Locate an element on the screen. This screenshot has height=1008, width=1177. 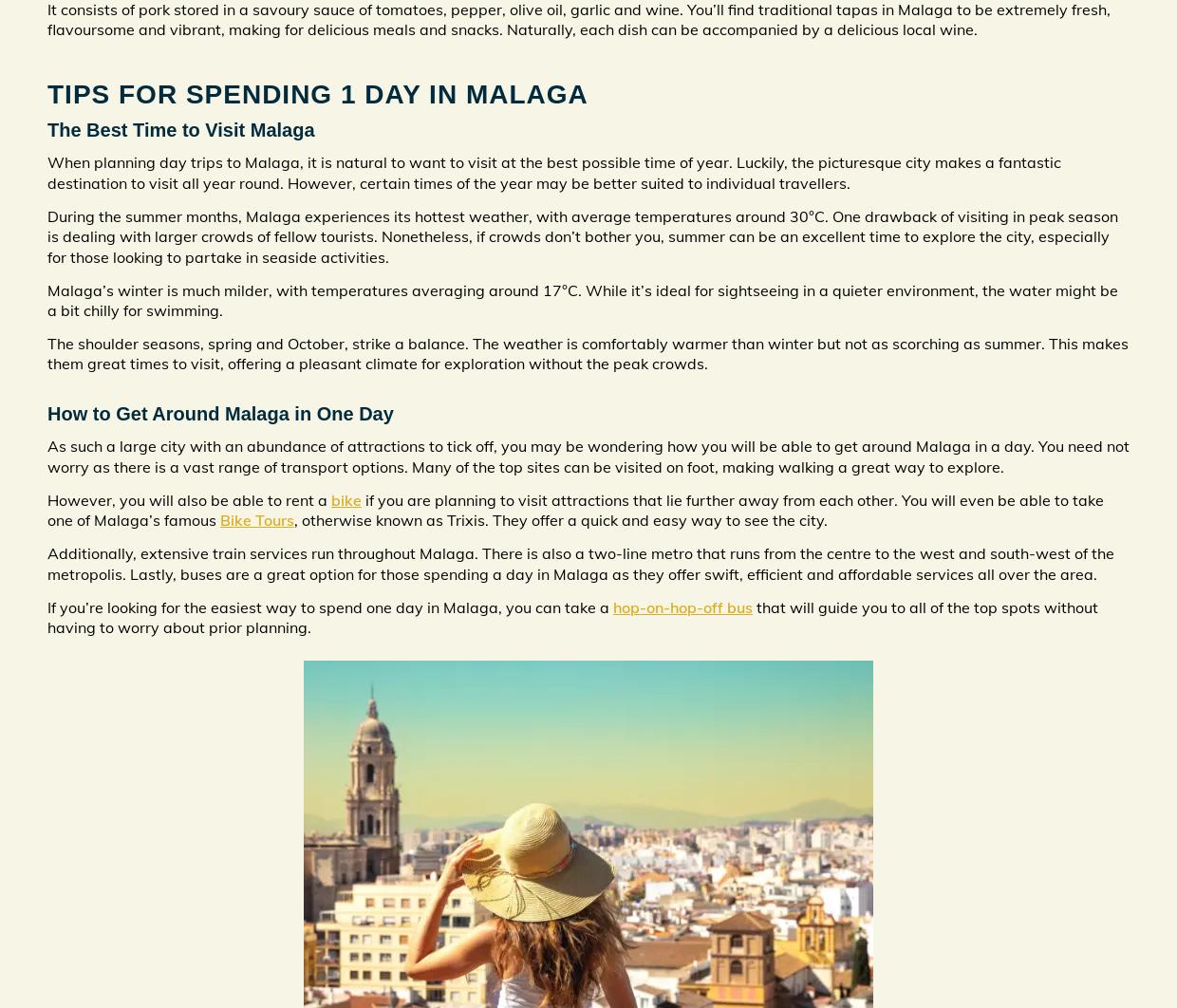
'When planning day trips to Malaga, it is natural to want to visit at the best possible time of year. Luckily, the picturesque city makes a fantastic destination to visit all year round. However, certain times of the year may be better suited to individual travellers.' is located at coordinates (554, 172).